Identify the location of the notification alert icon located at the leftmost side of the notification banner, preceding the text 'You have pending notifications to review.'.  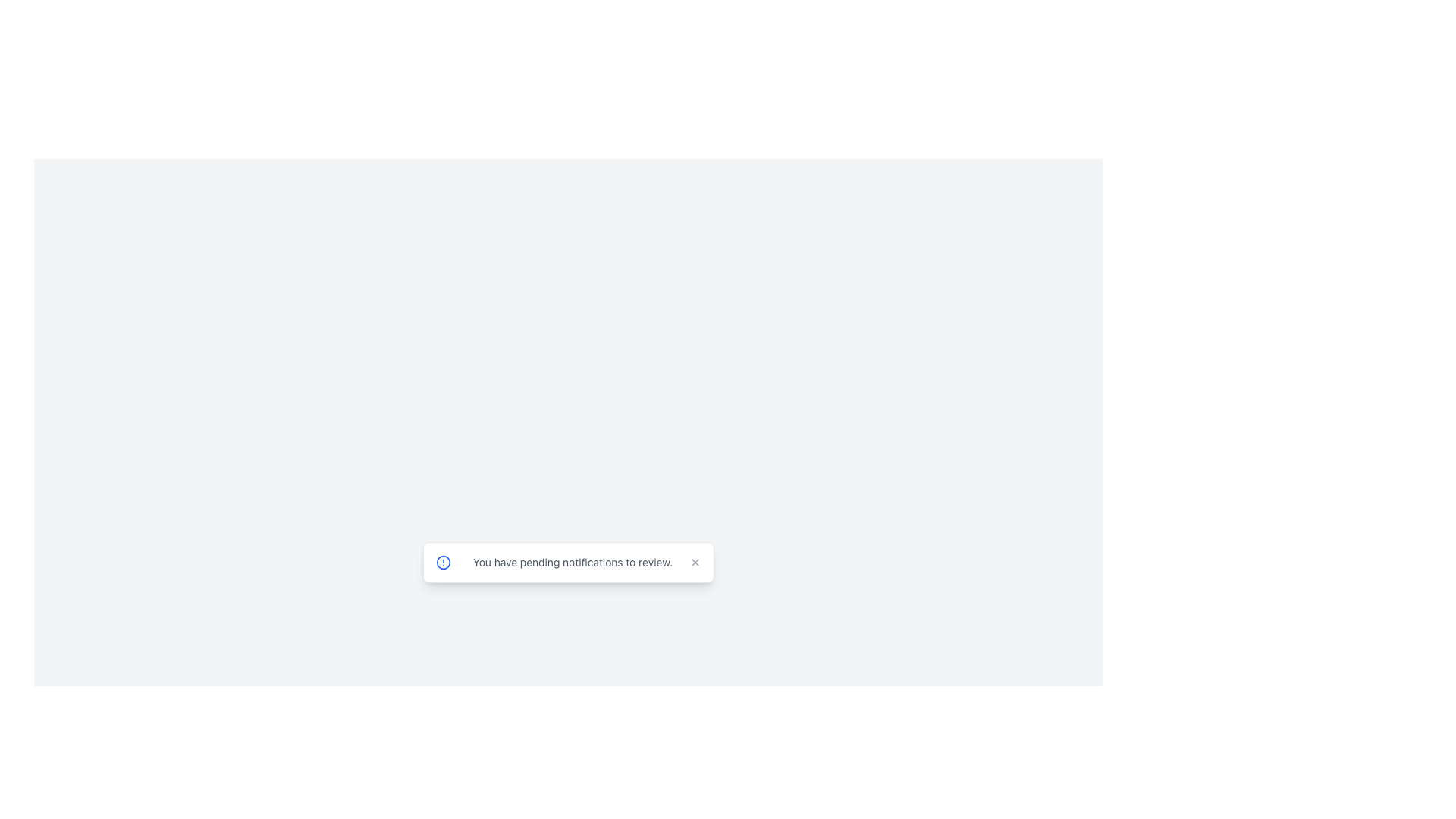
(442, 562).